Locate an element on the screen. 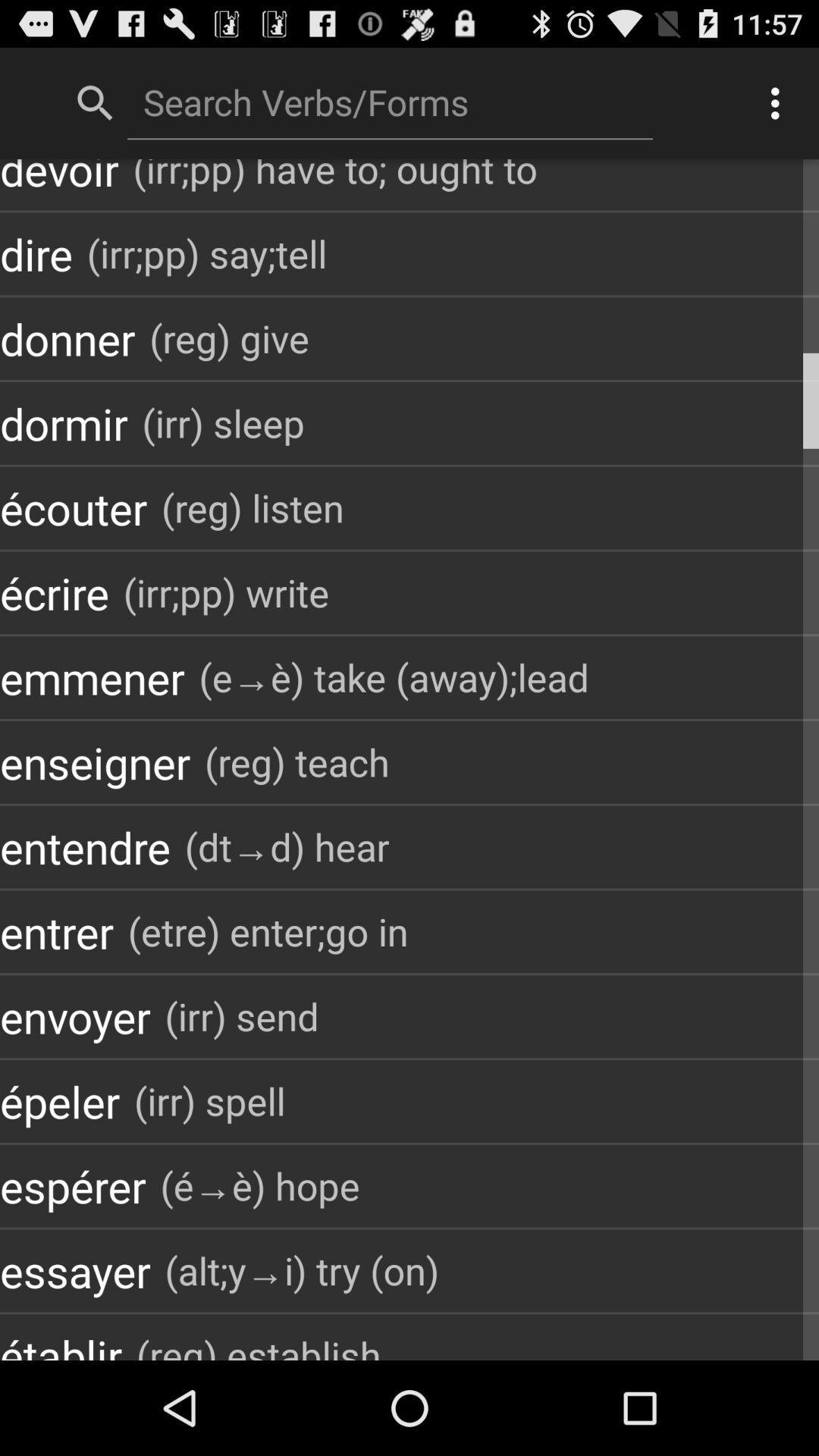 This screenshot has width=819, height=1456. the app above the donner icon is located at coordinates (35, 253).